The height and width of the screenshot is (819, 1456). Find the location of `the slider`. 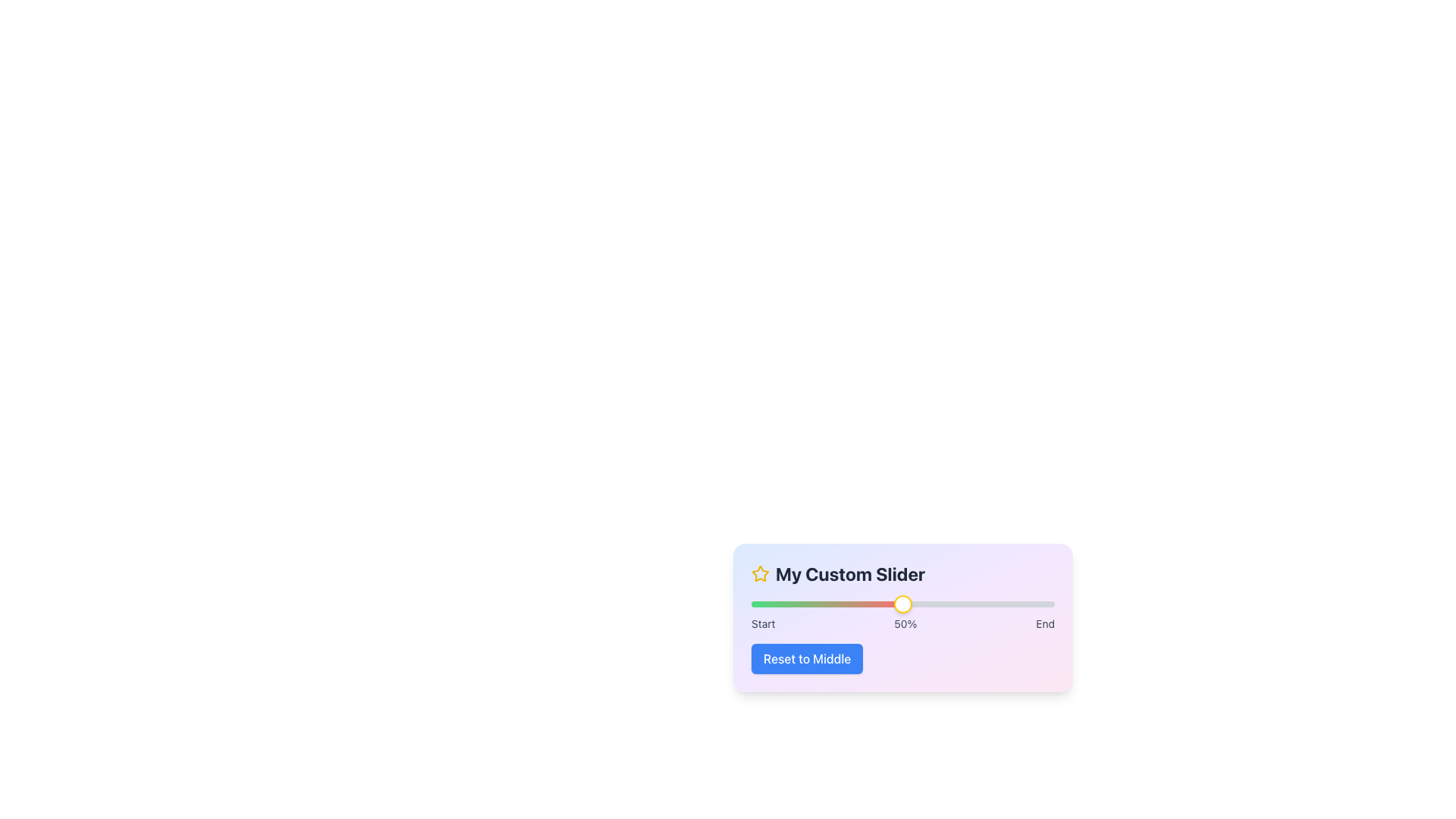

the slider is located at coordinates (874, 604).